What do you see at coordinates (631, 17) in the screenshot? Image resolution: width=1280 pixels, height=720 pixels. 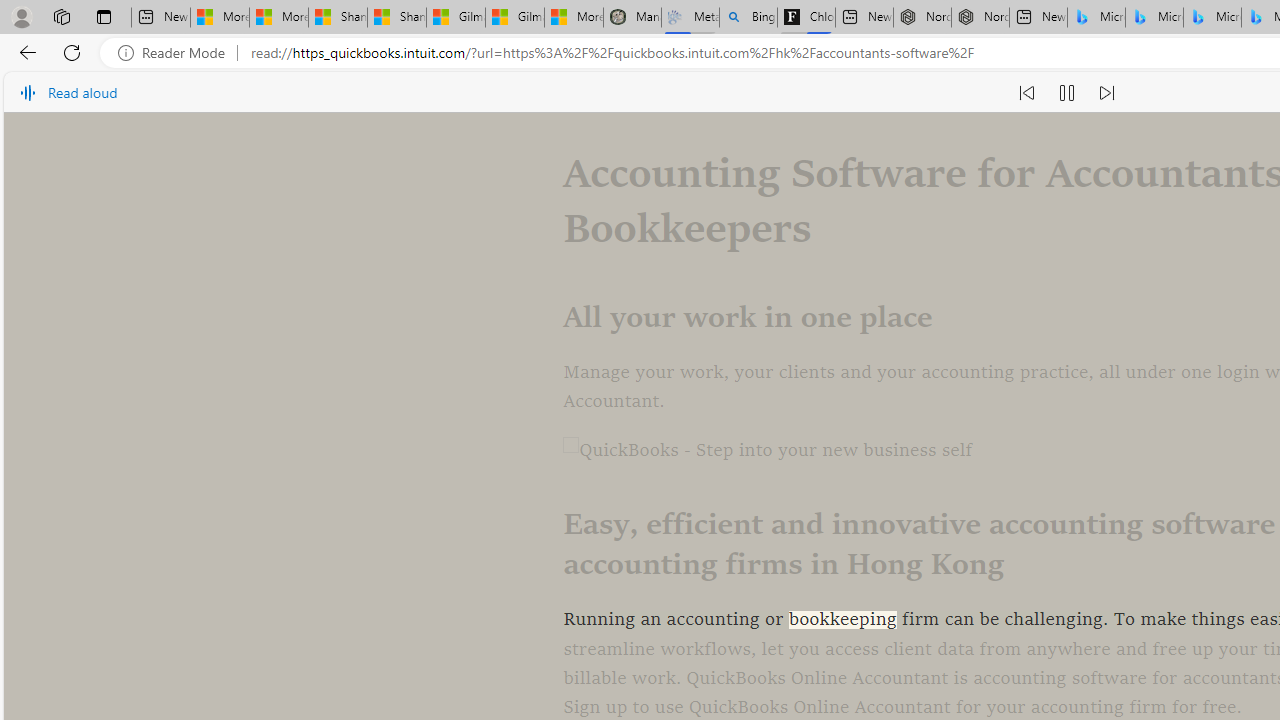 I see `'Manatee Mortality Statistics | FWC'` at bounding box center [631, 17].